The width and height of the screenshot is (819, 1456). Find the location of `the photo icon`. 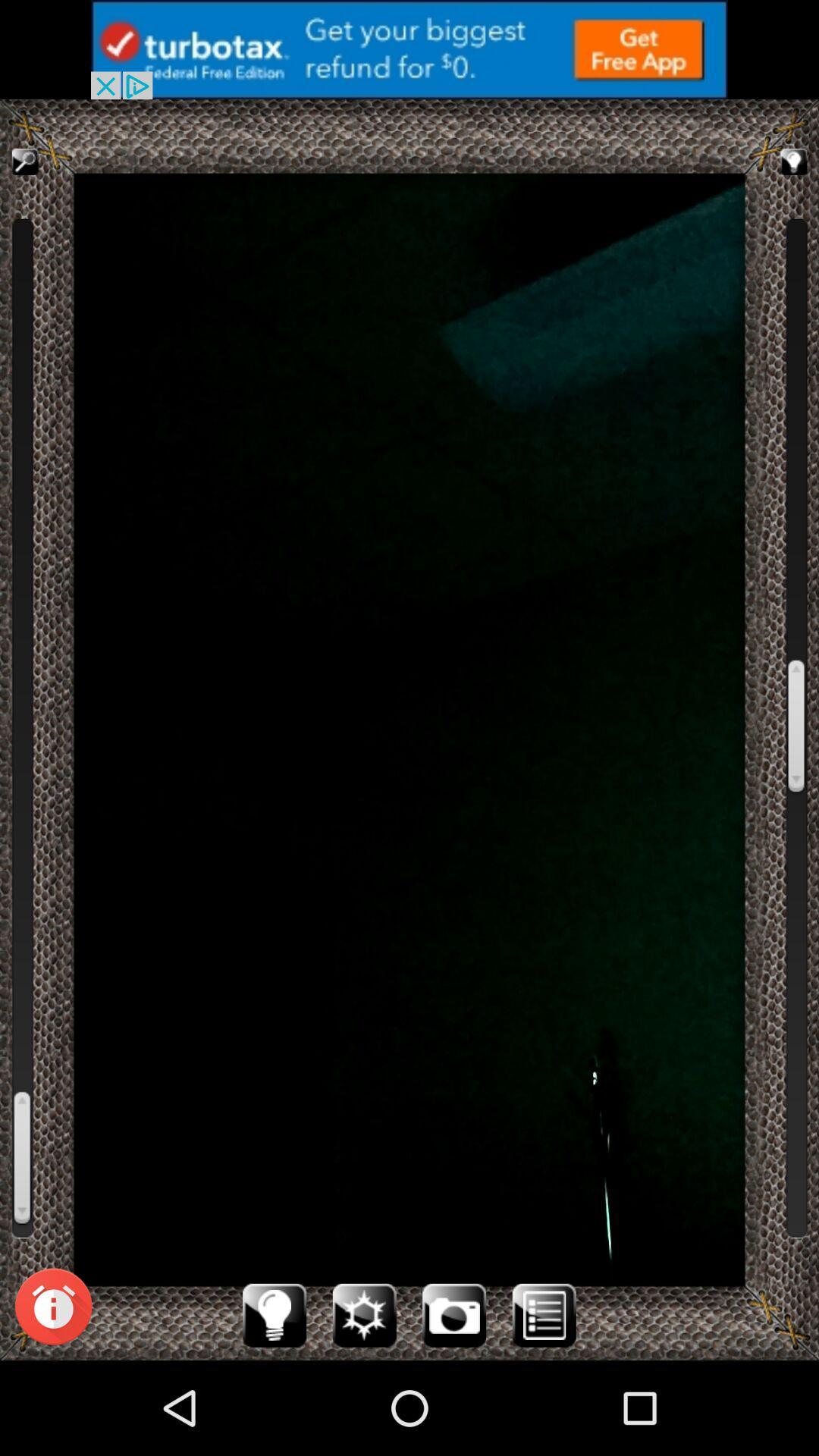

the photo icon is located at coordinates (453, 1407).